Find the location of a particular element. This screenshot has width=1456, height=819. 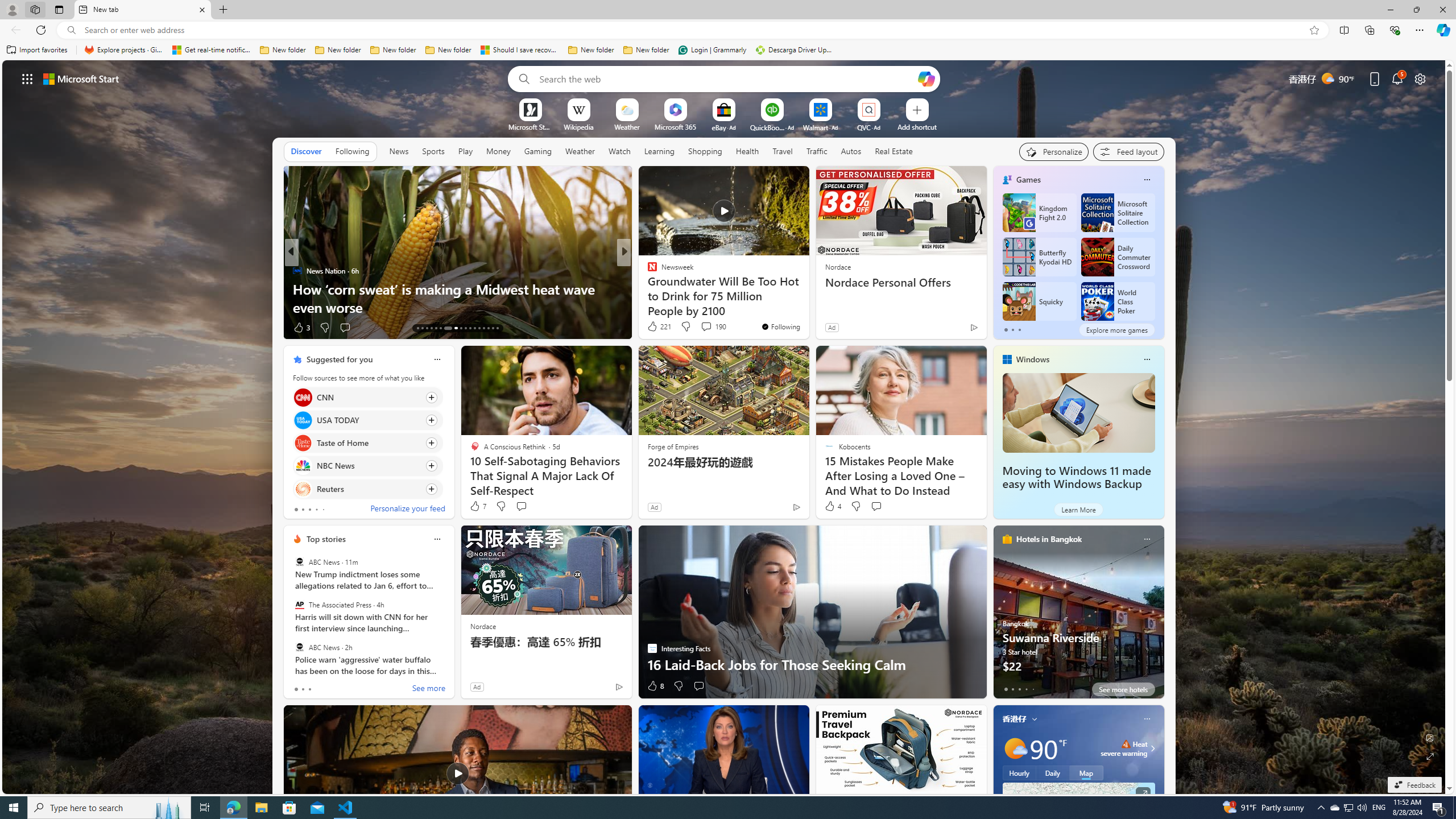

'Larger map ' is located at coordinates (1078, 819).